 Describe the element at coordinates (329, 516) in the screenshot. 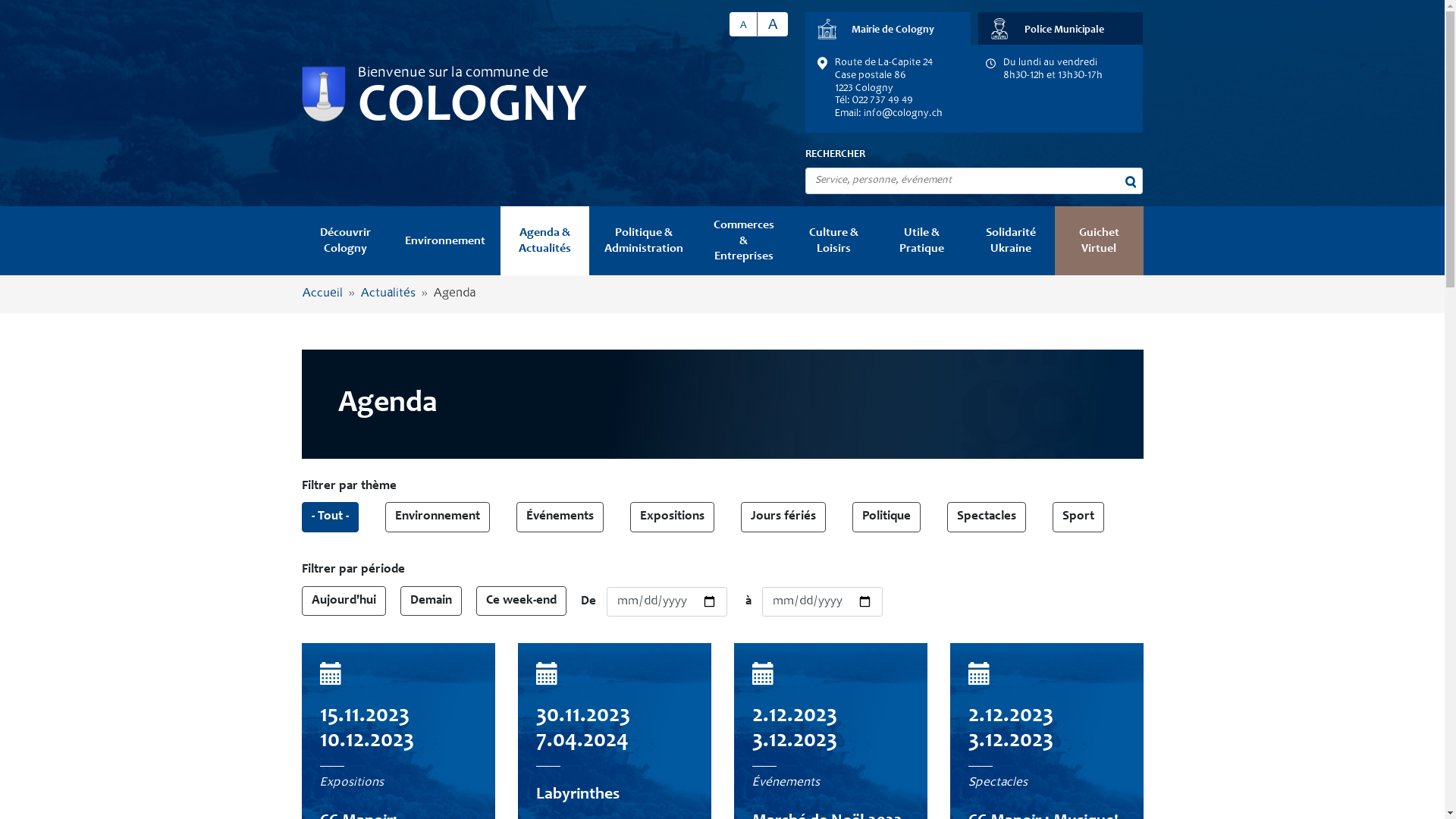

I see `'- Tout -'` at that location.